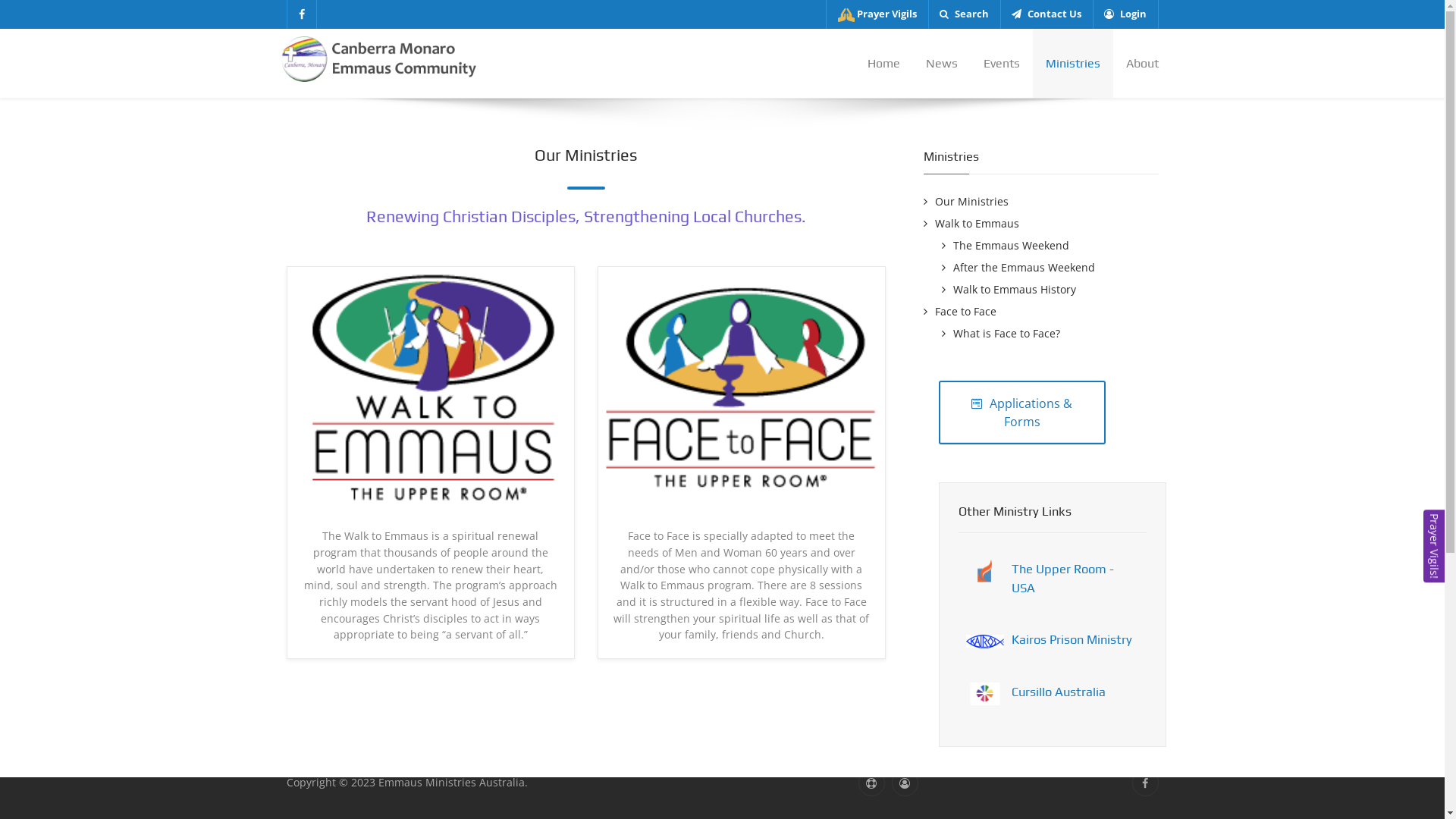 This screenshot has height=819, width=1456. I want to click on 'Events', so click(1001, 62).